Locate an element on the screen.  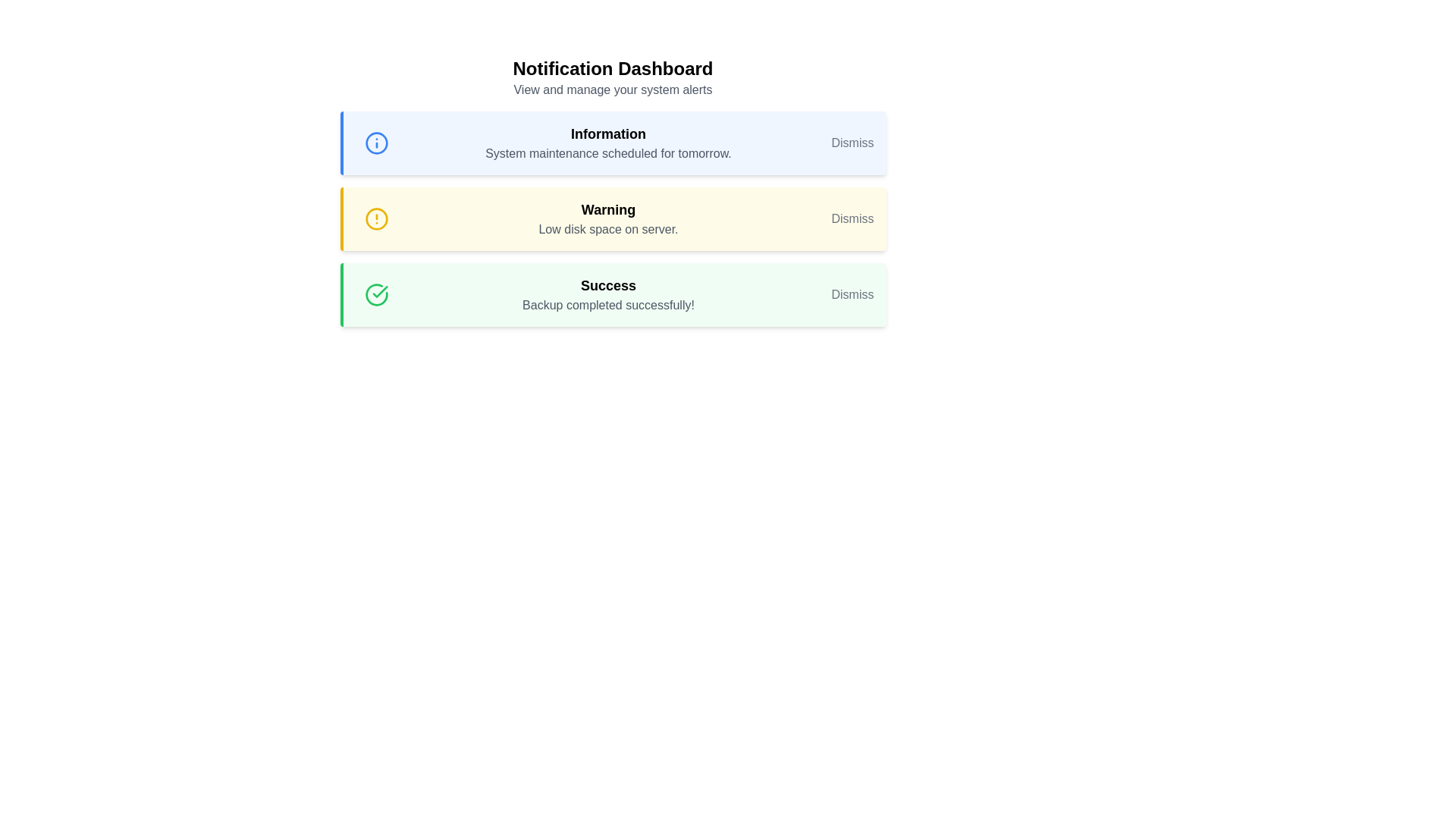
the static text displaying 'Backup completed successfully!' within the green success notification card located near the bottom of the notification dashboard is located at coordinates (608, 305).